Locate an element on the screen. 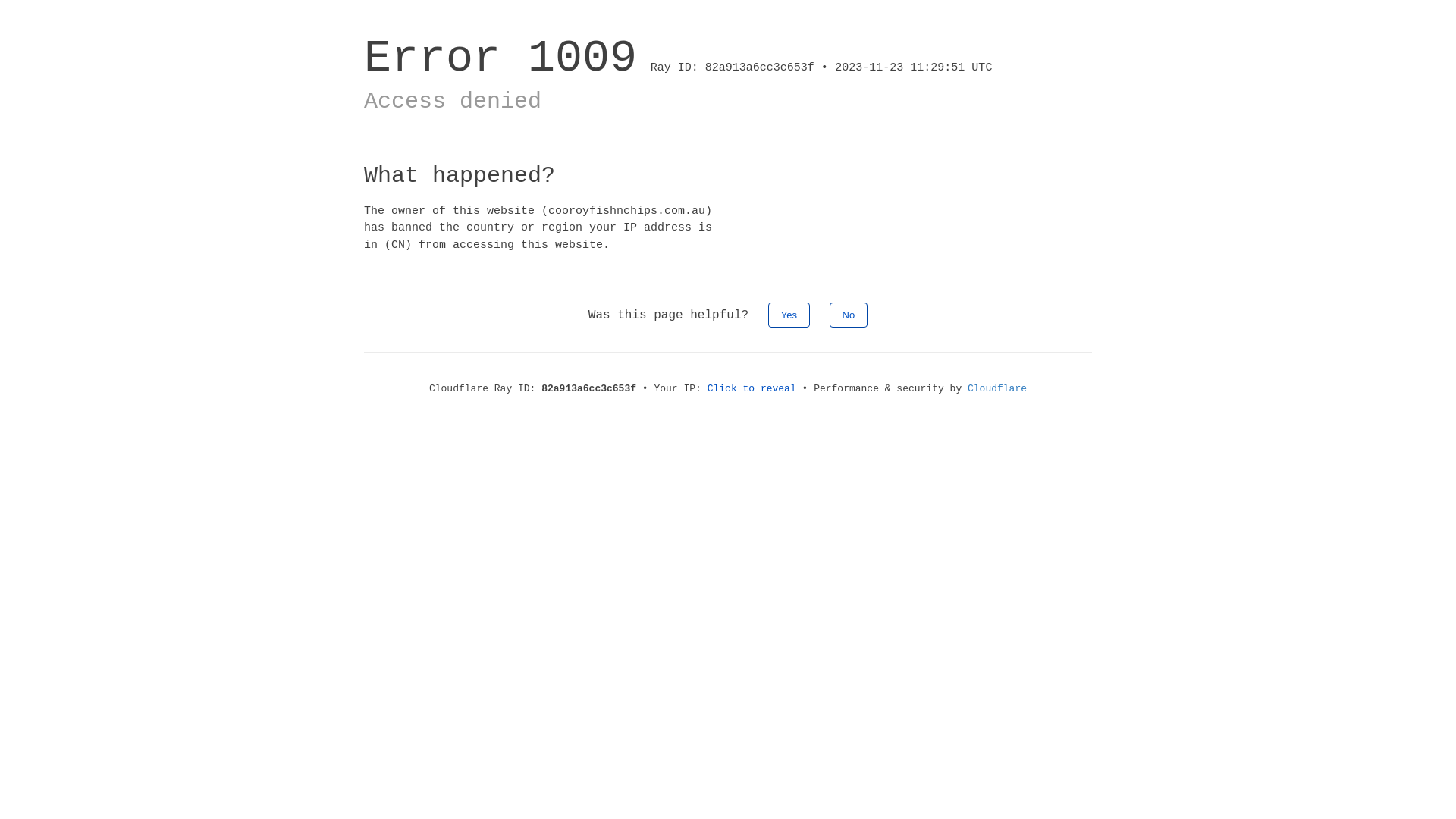 This screenshot has width=1456, height=819. 'Cloudflare' is located at coordinates (997, 388).